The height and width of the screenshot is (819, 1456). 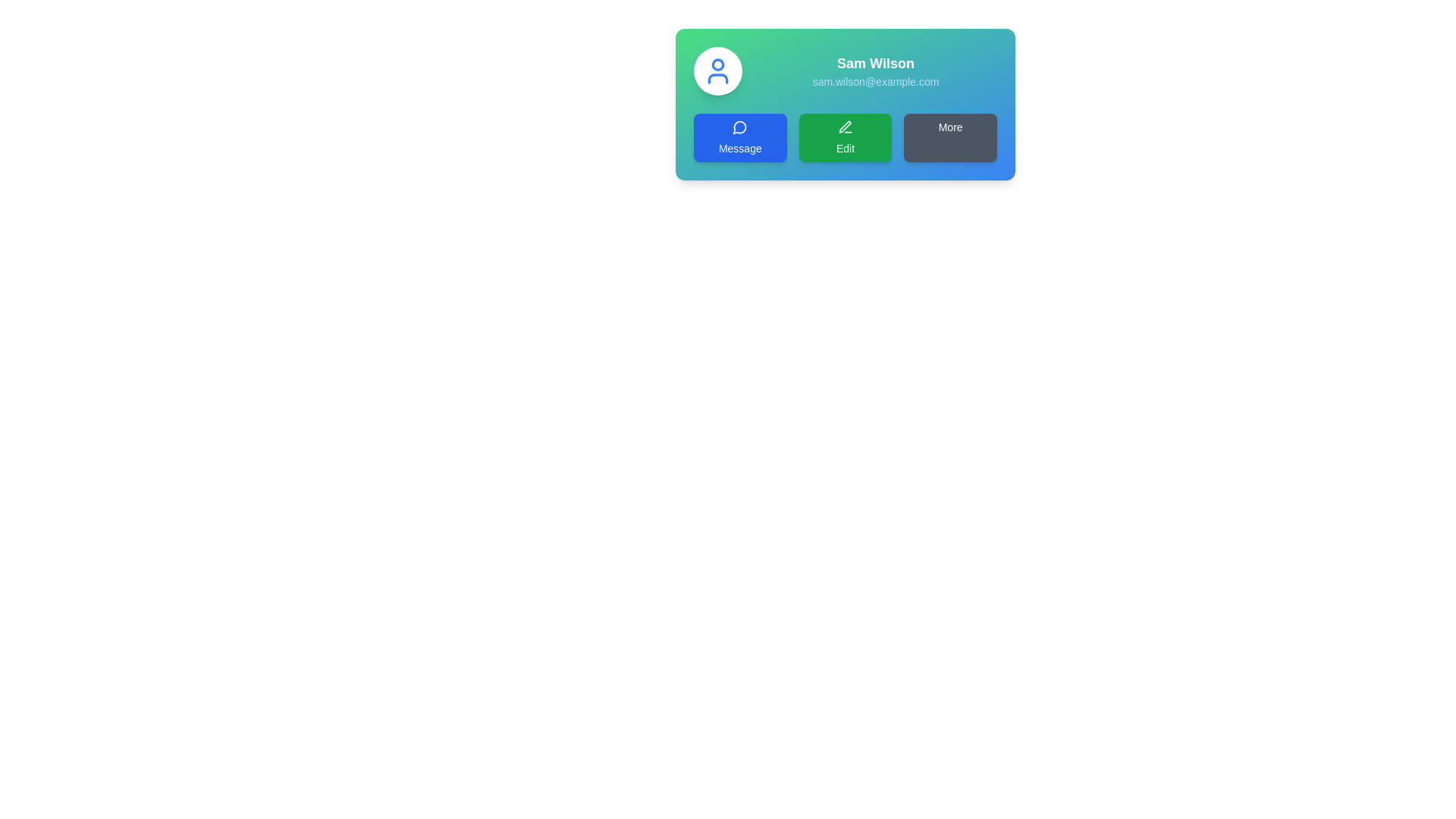 I want to click on the third button in the horizontal group of buttons below the user's name and email, so click(x=949, y=137).